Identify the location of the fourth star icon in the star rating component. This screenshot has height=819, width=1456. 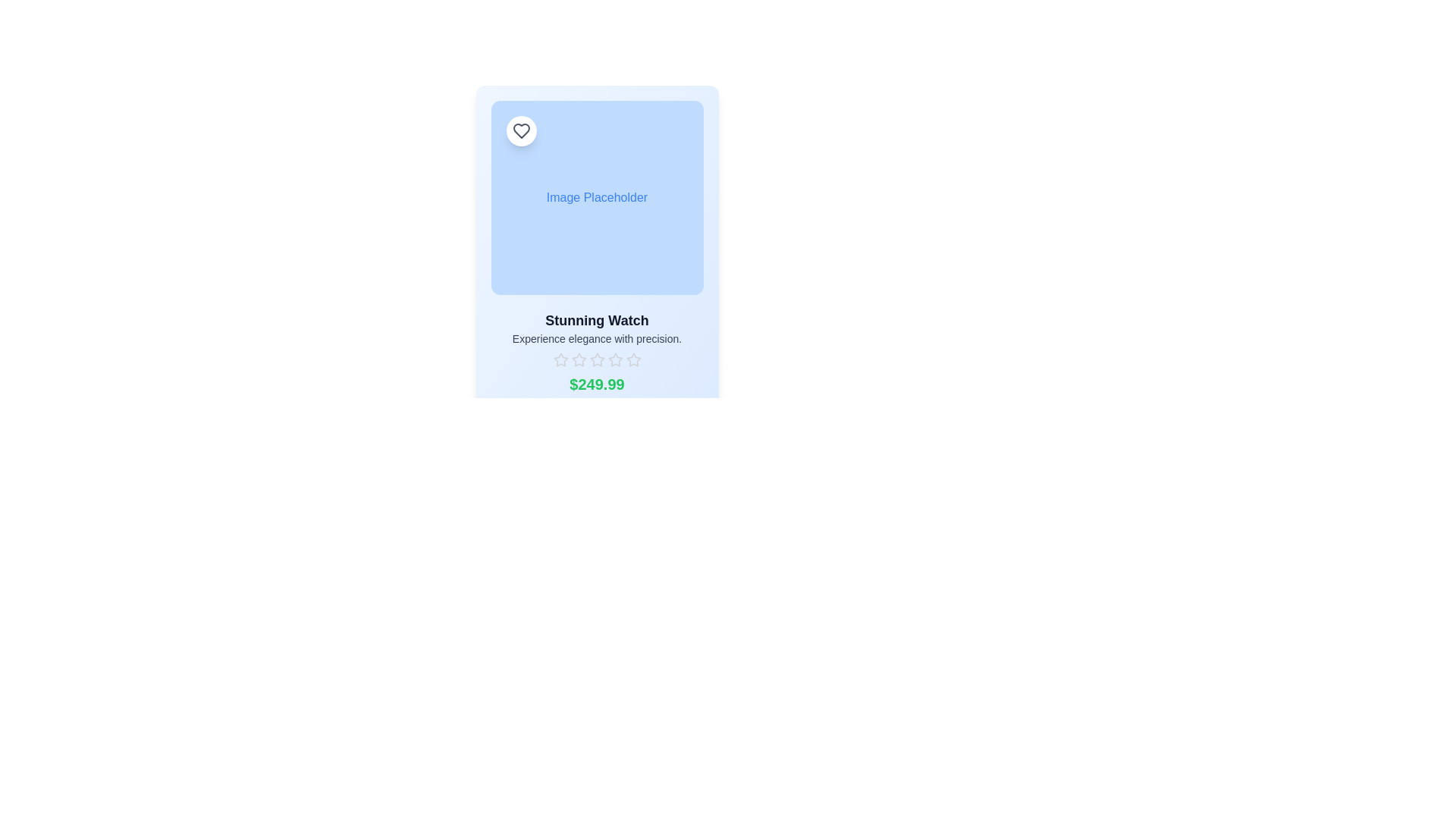
(633, 359).